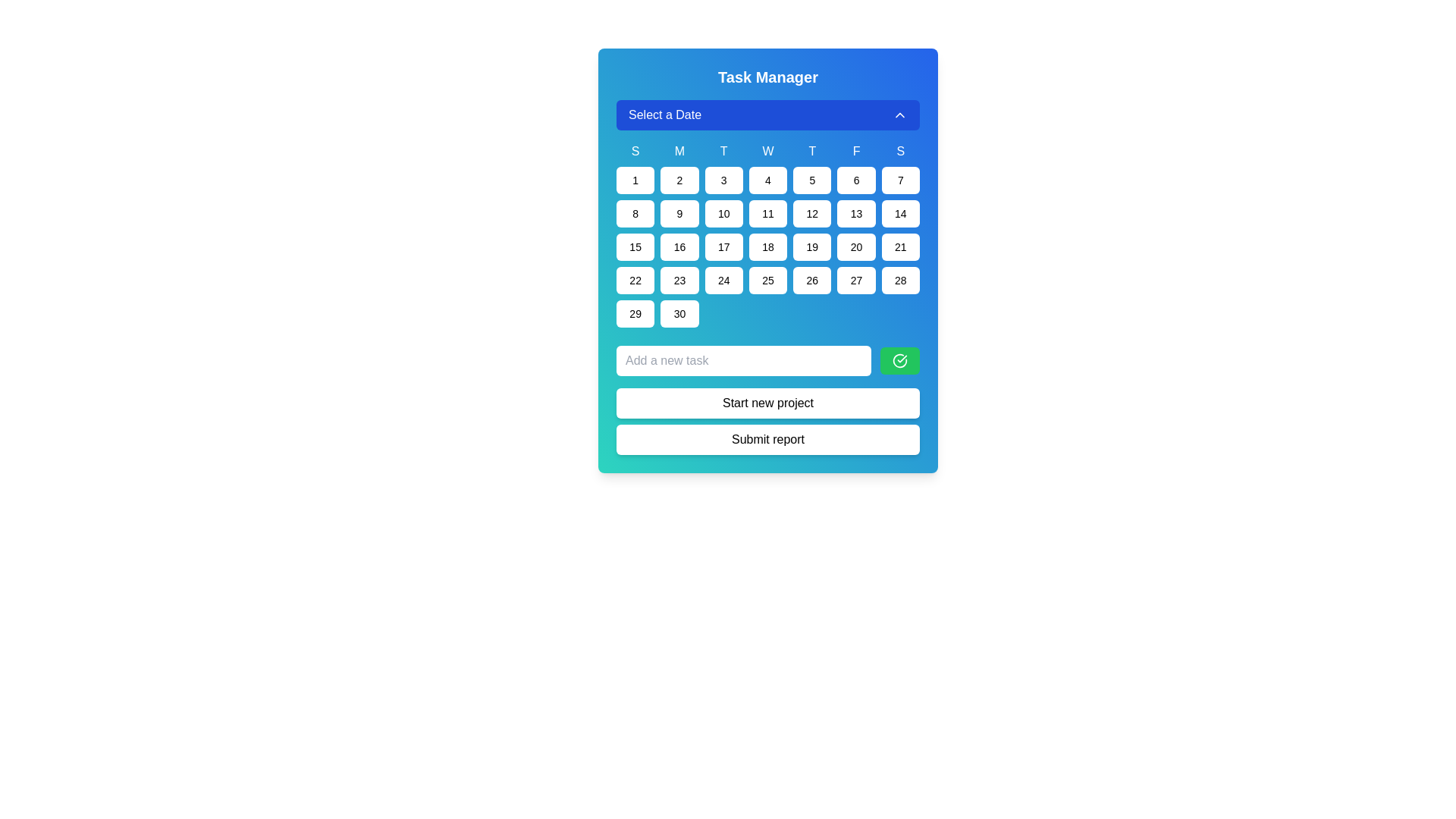 This screenshot has height=819, width=1456. I want to click on the Dropdown toggle button with blue background and 'Select a Date' text for keyboard navigation, so click(767, 114).